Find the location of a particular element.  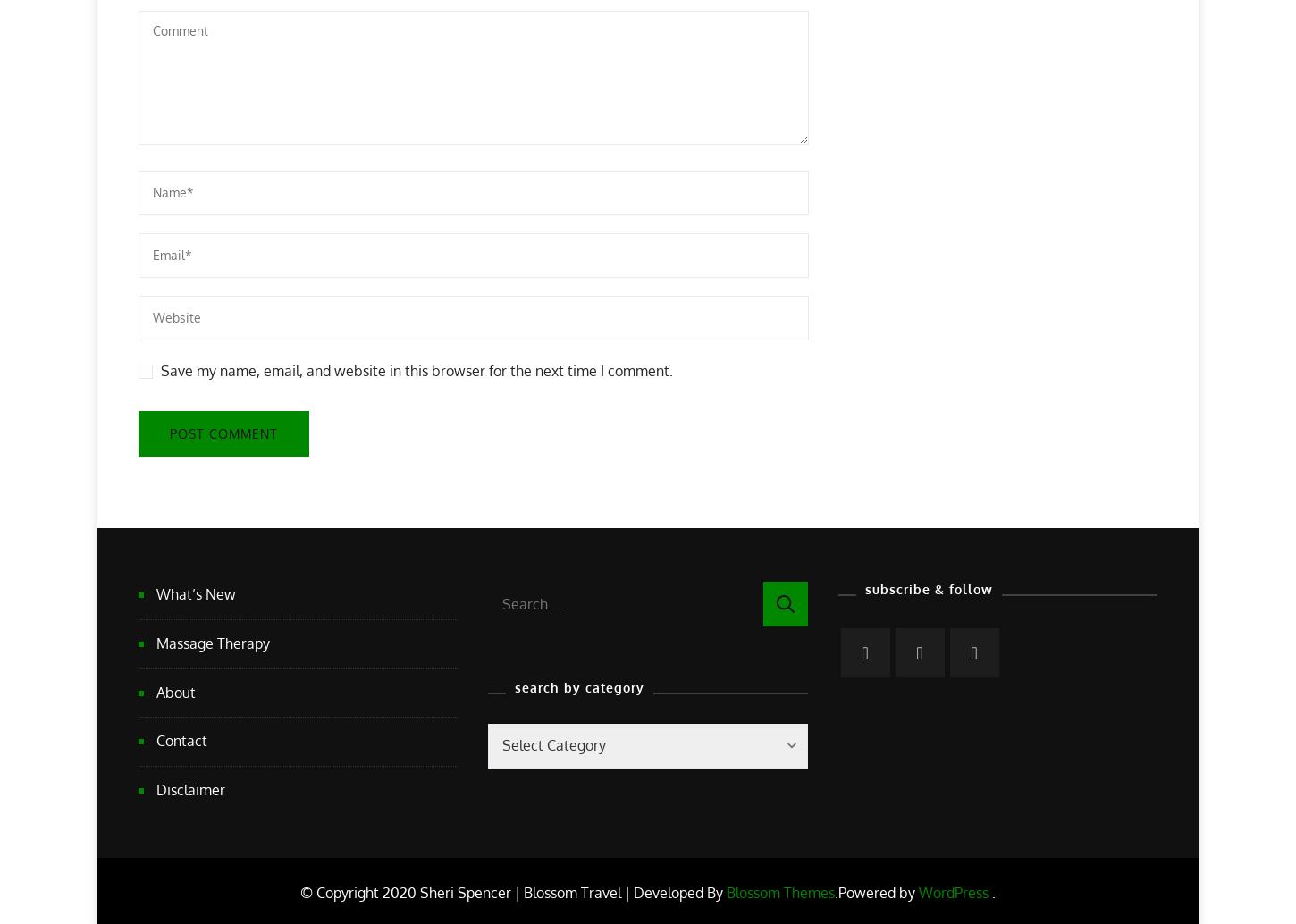

'What’s New' is located at coordinates (195, 593).